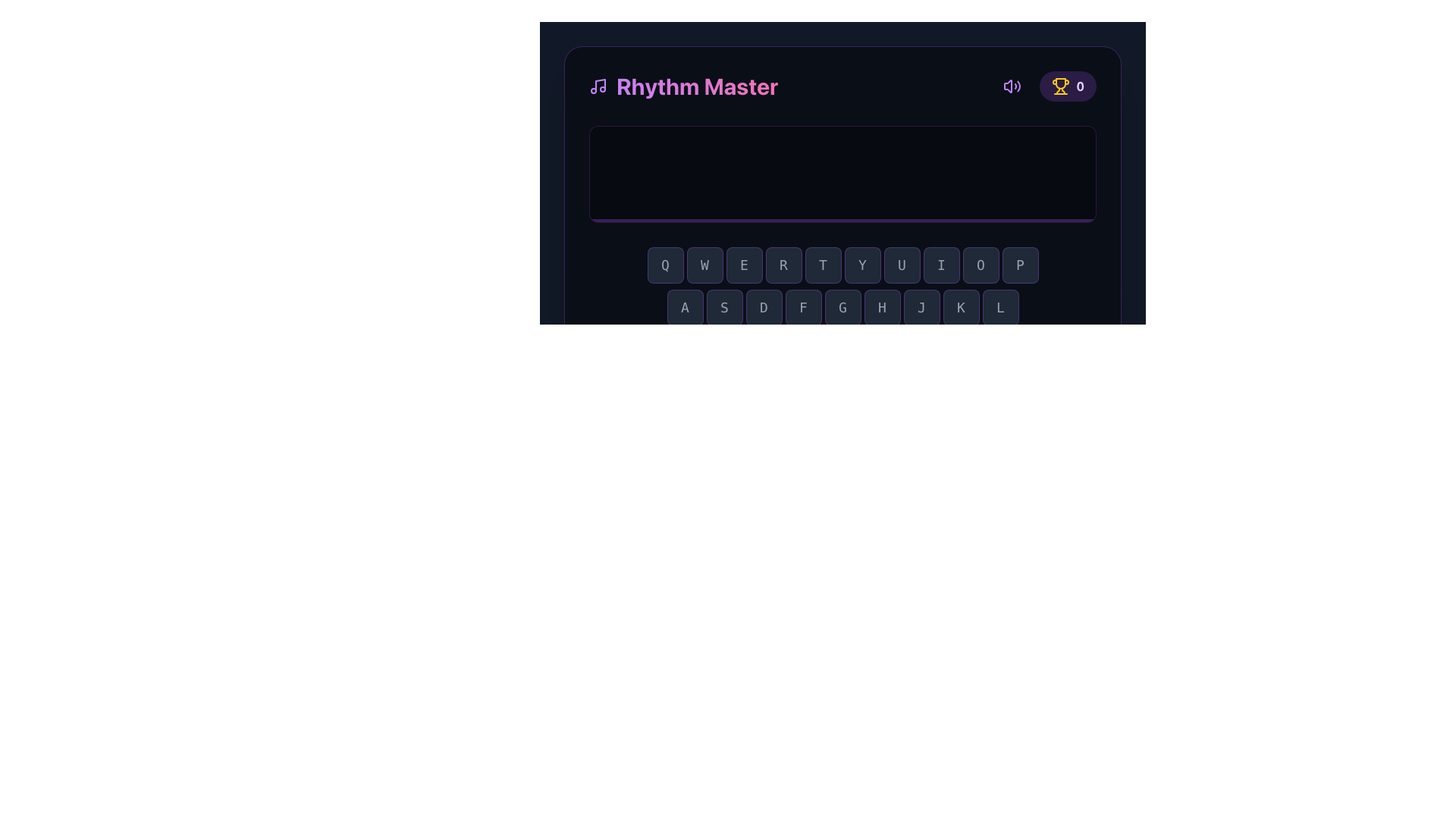 The image size is (1456, 819). What do you see at coordinates (802, 307) in the screenshot?
I see `the 'F' letter key button, which is the fourth button in a sequence of nine buttons arranged horizontally` at bounding box center [802, 307].